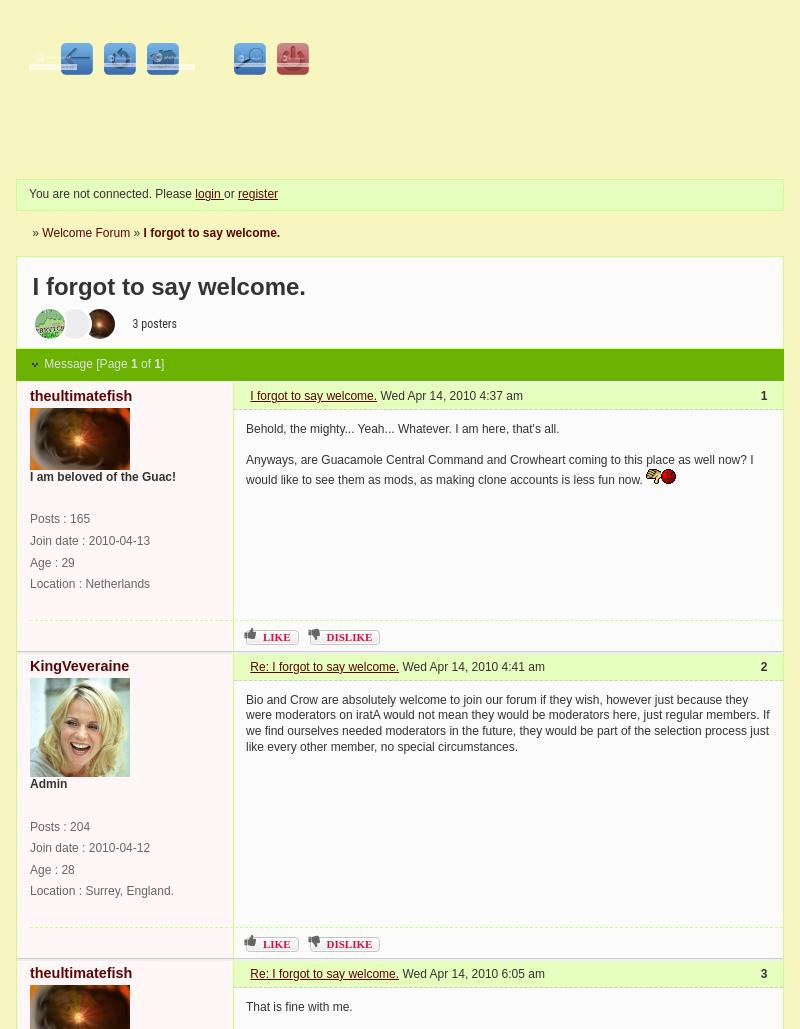 Image resolution: width=800 pixels, height=1029 pixels. I want to click on 'Wed Apr 14, 2010 4:37 am', so click(448, 394).